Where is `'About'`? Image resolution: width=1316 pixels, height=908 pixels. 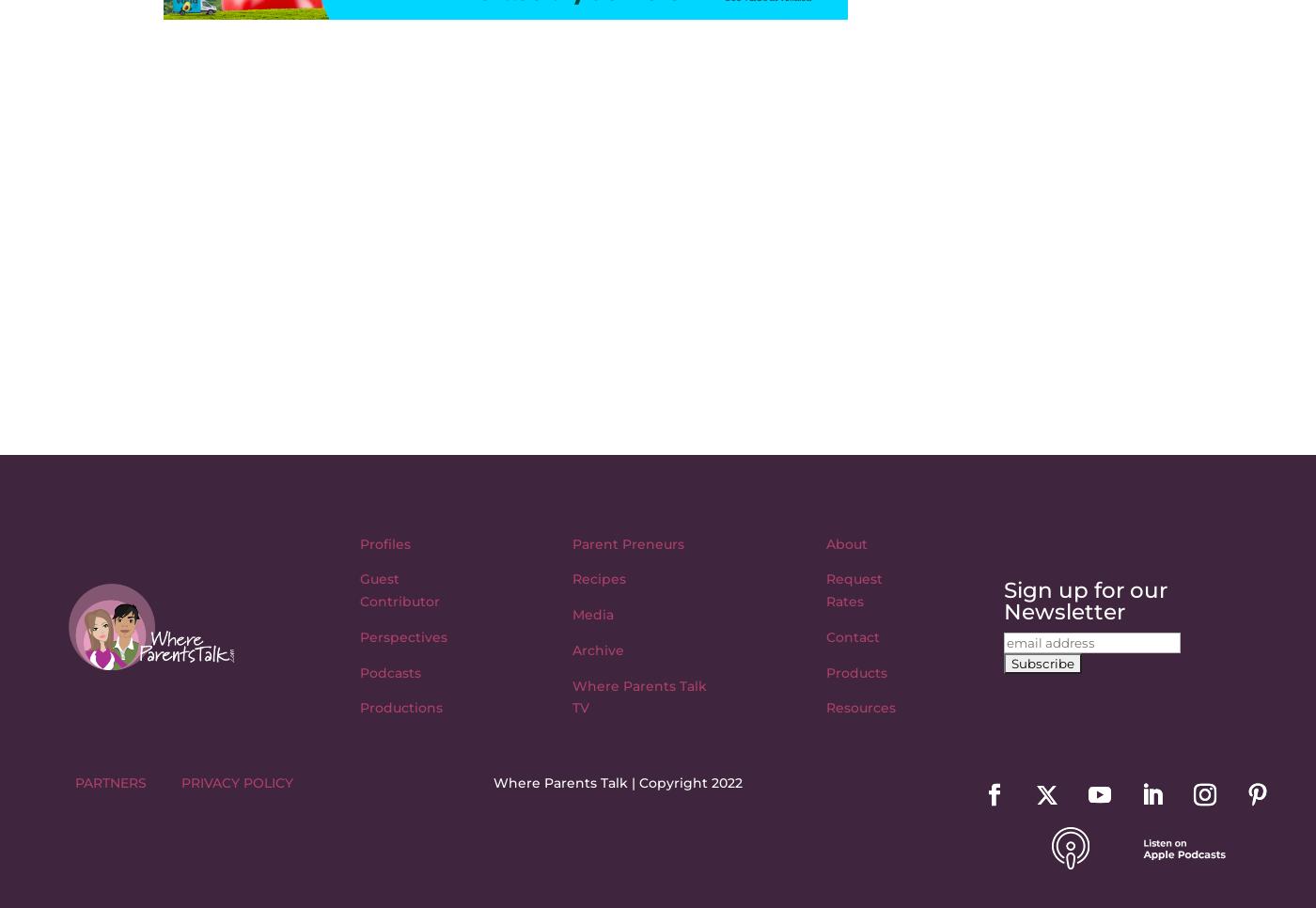 'About' is located at coordinates (846, 541).